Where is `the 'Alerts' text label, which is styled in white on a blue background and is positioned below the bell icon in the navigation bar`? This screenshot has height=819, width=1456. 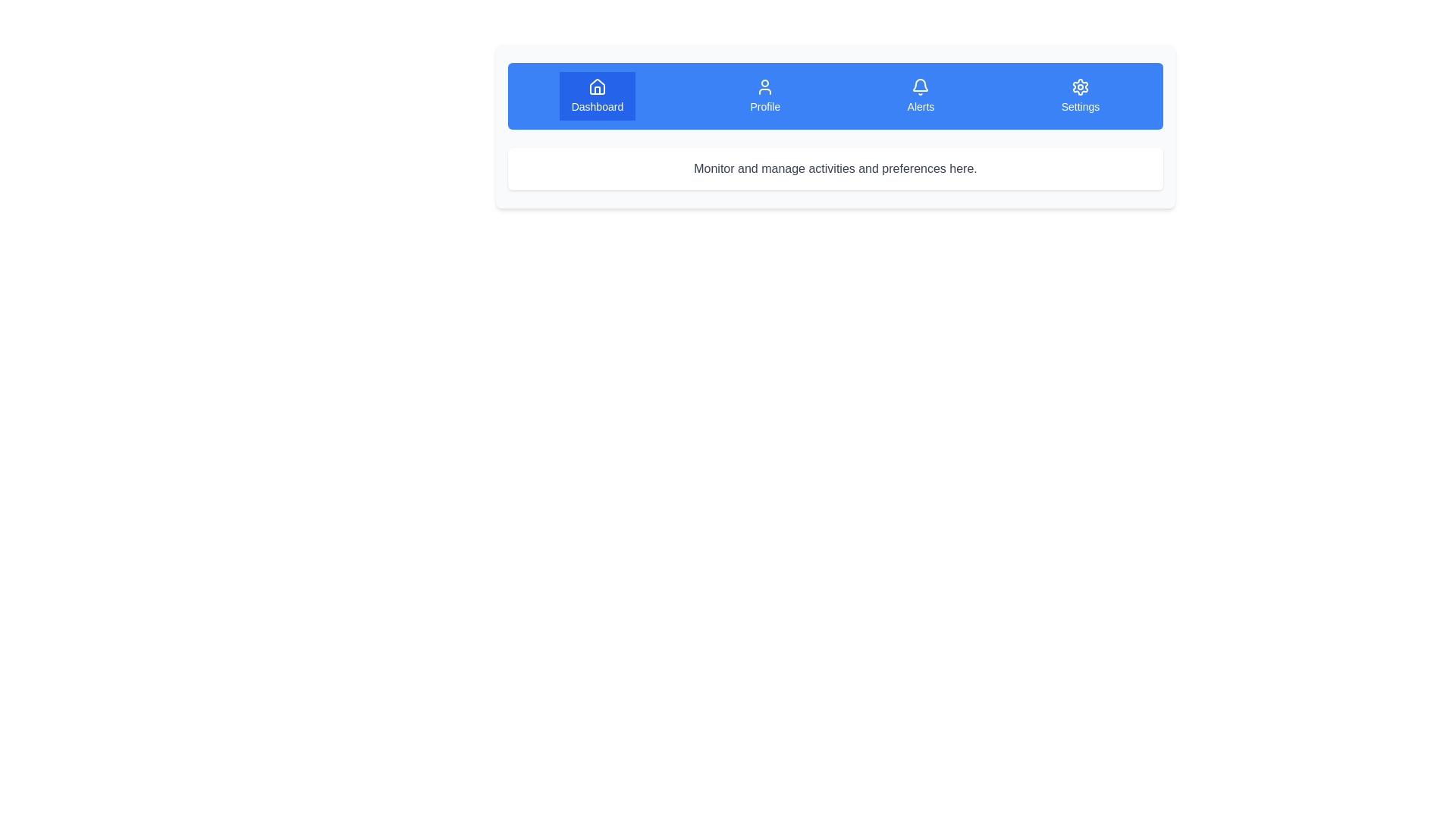 the 'Alerts' text label, which is styled in white on a blue background and is positioned below the bell icon in the navigation bar is located at coordinates (920, 106).